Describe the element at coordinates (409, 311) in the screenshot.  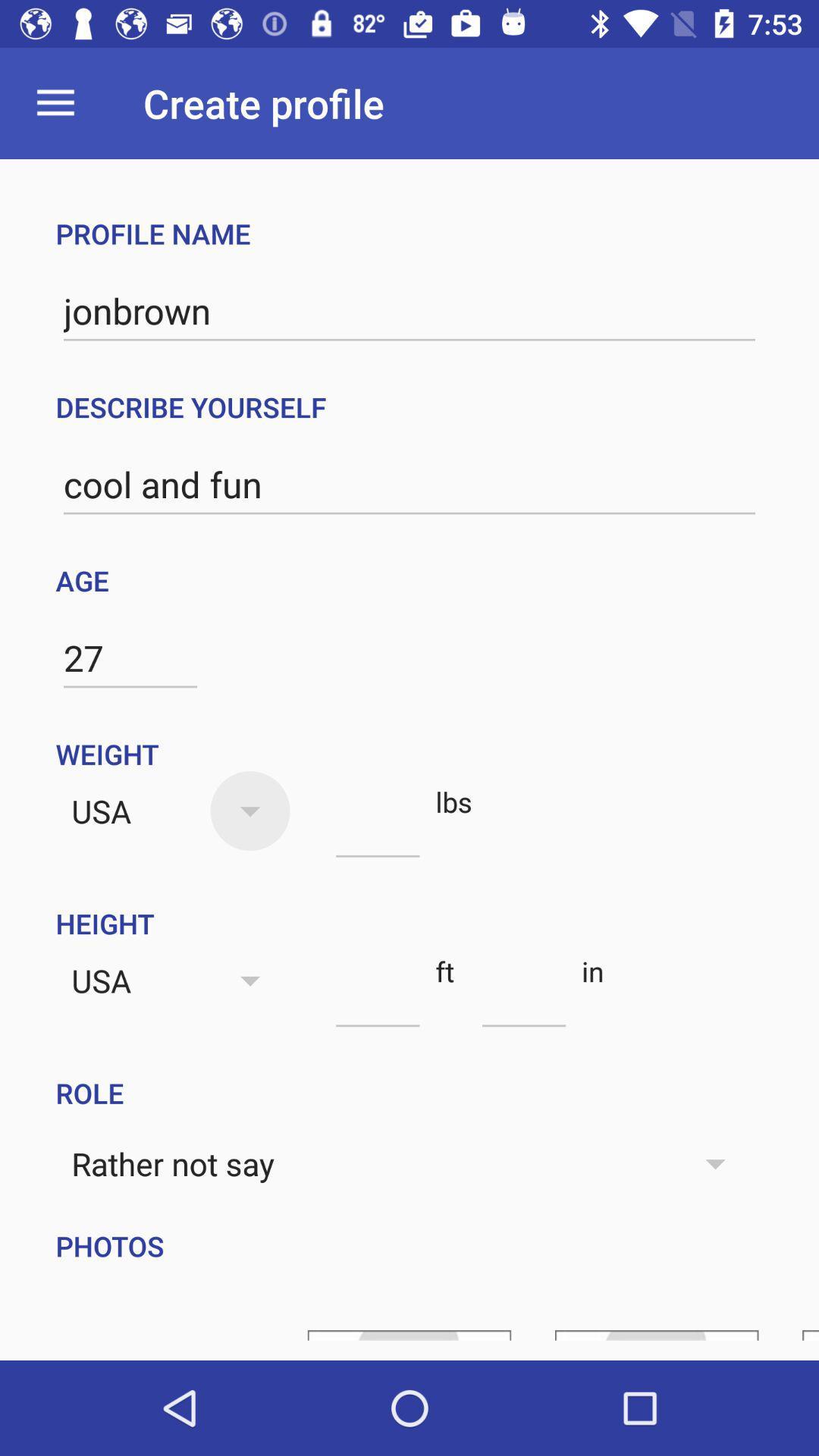
I see `the icon below profile name icon` at that location.